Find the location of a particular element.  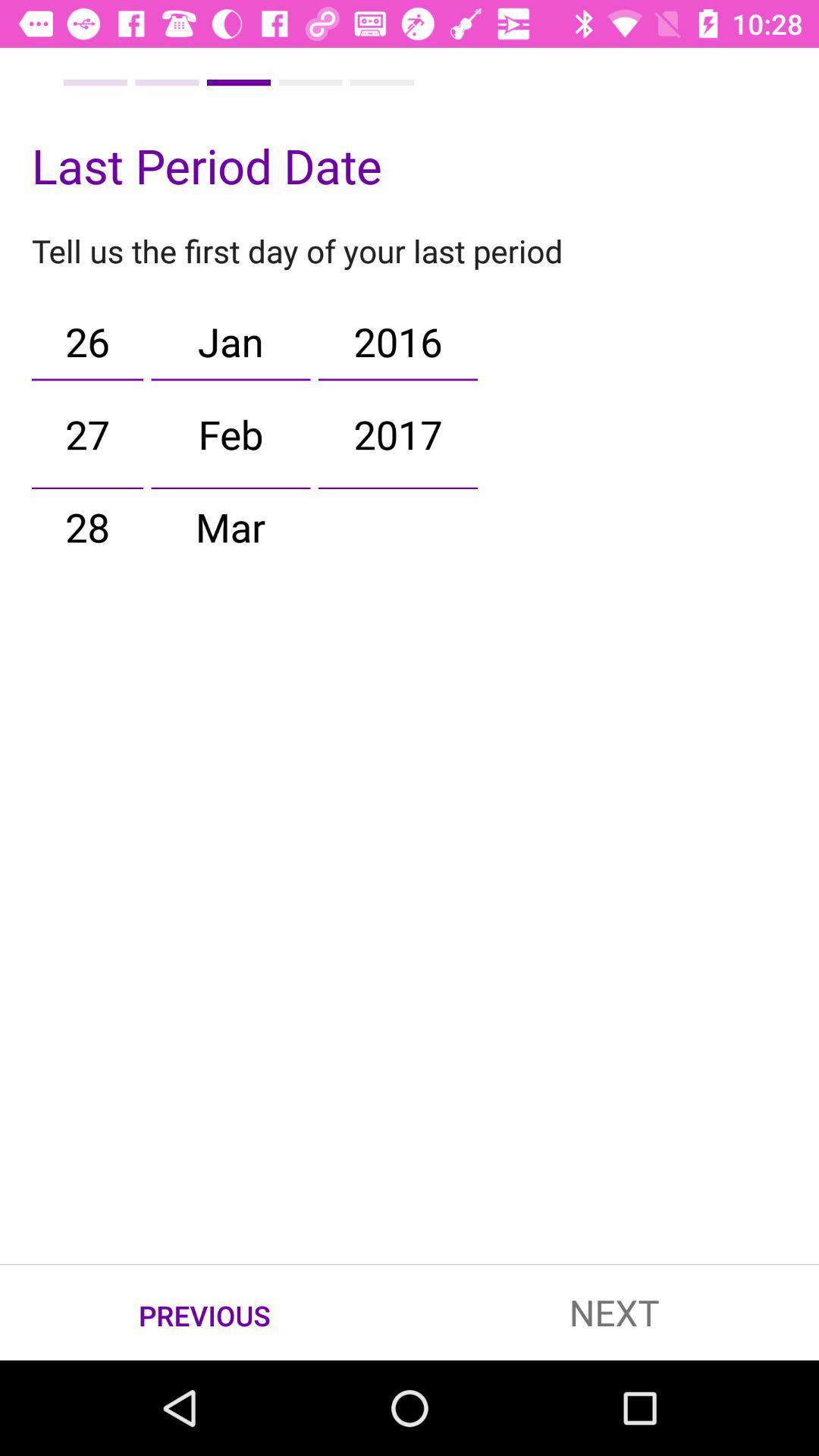

item at the bottom right corner is located at coordinates (614, 1312).